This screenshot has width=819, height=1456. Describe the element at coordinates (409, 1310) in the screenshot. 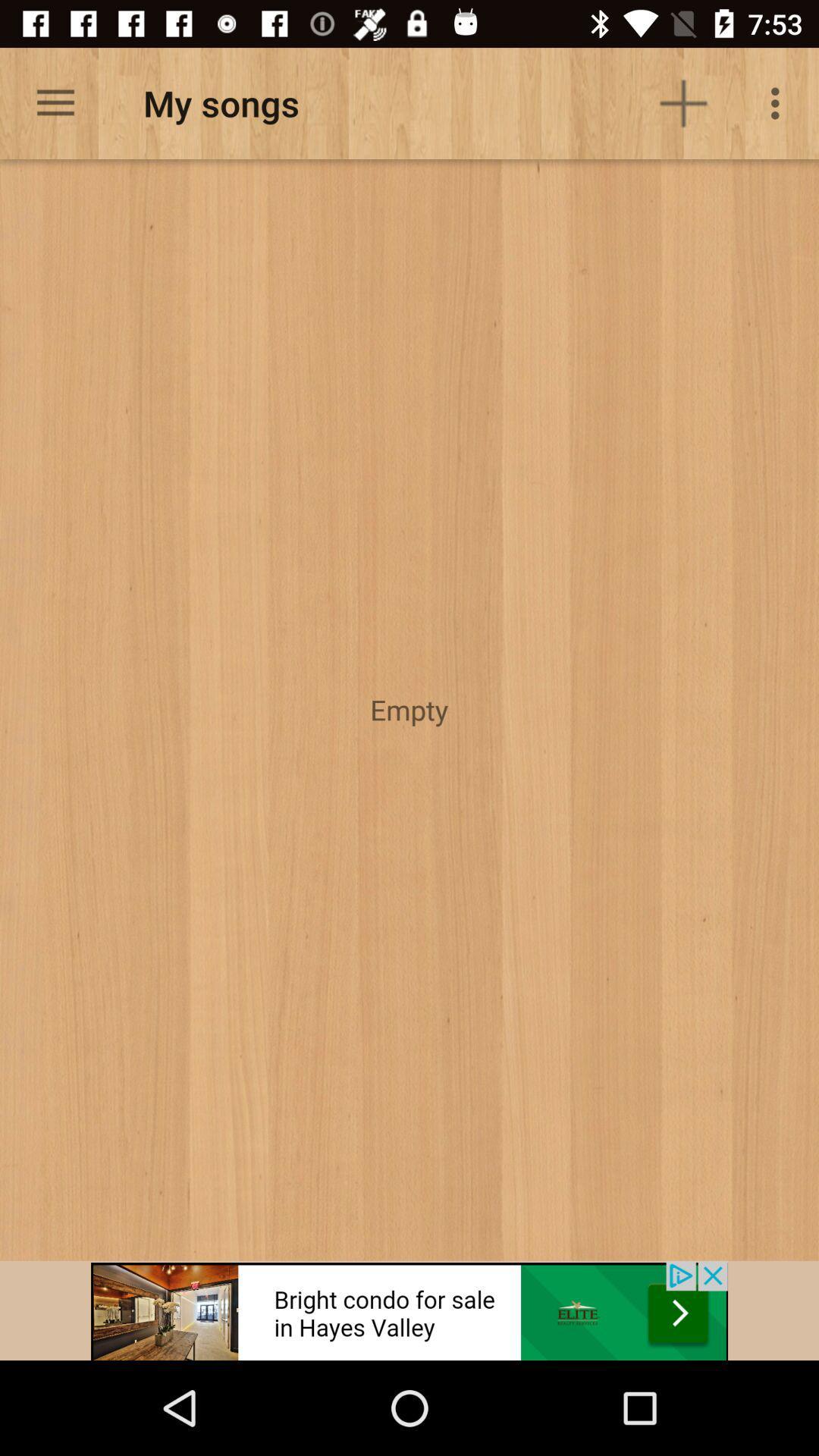

I see `advertisement banner` at that location.